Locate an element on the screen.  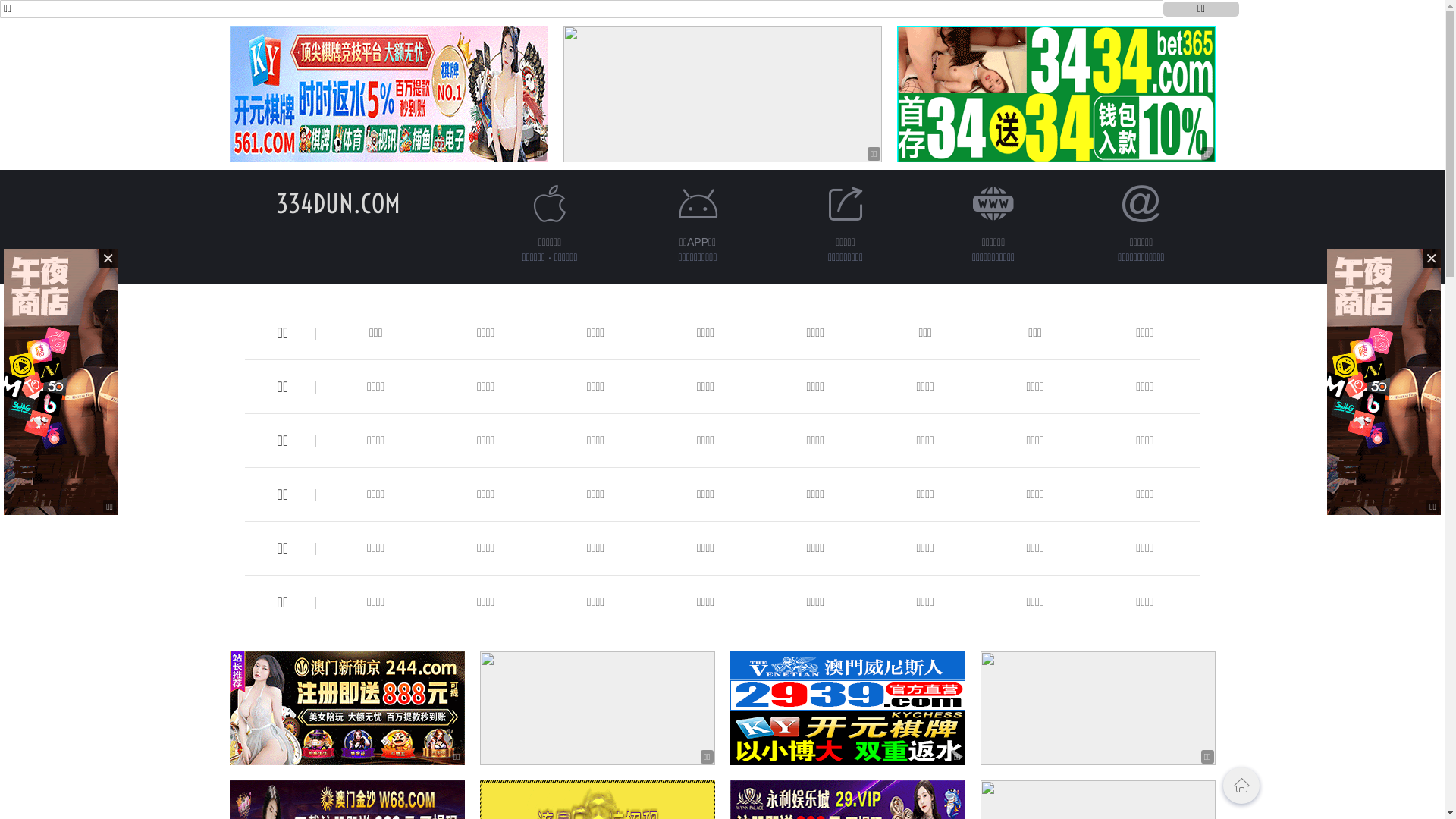
'334DUN.COM' is located at coordinates (337, 202).